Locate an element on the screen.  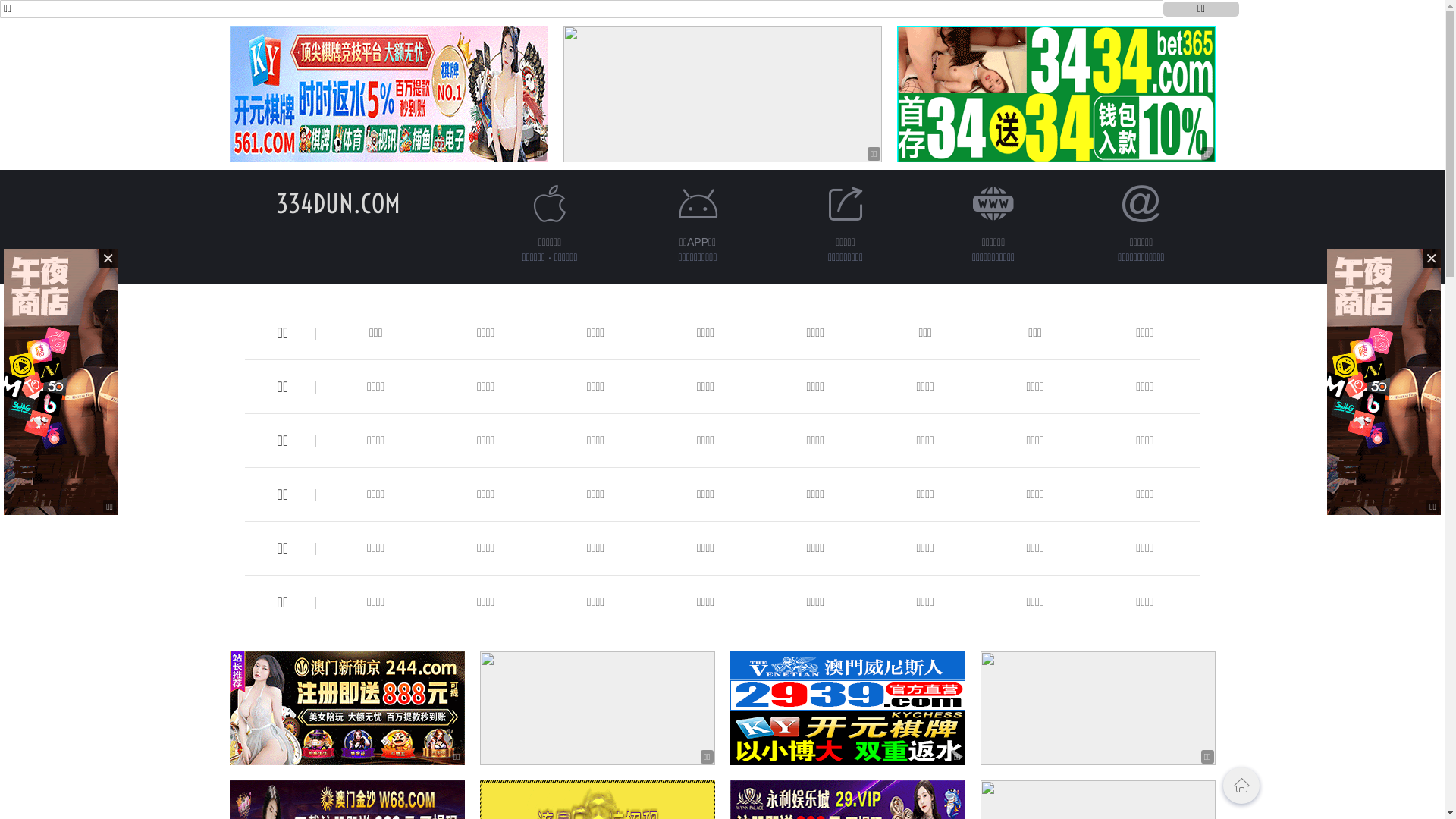
'334DUN.COM' is located at coordinates (337, 202).